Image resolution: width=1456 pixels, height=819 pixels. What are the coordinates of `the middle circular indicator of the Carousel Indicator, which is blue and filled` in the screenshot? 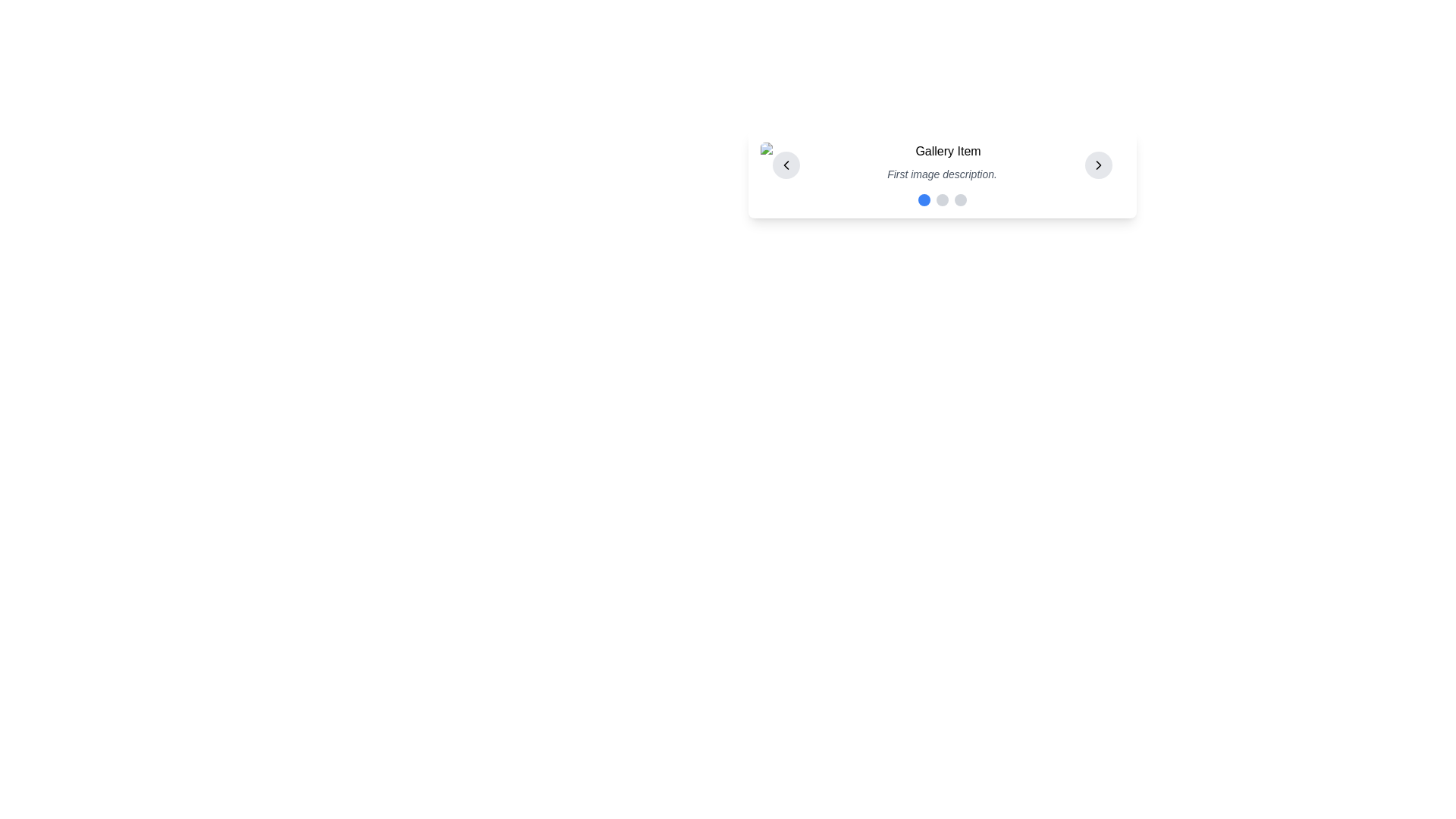 It's located at (941, 199).